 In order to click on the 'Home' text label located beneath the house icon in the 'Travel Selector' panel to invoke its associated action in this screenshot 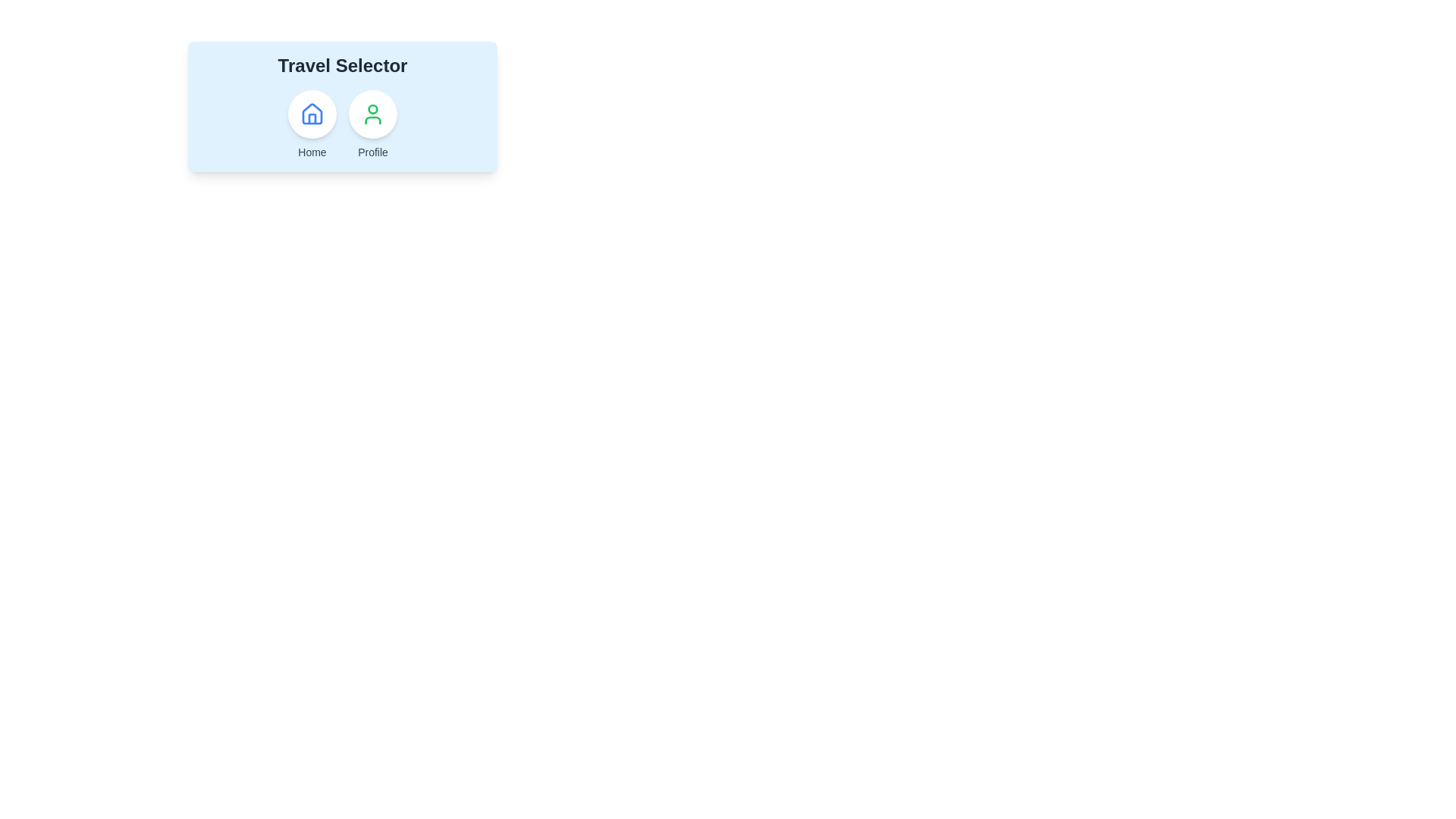, I will do `click(312, 152)`.